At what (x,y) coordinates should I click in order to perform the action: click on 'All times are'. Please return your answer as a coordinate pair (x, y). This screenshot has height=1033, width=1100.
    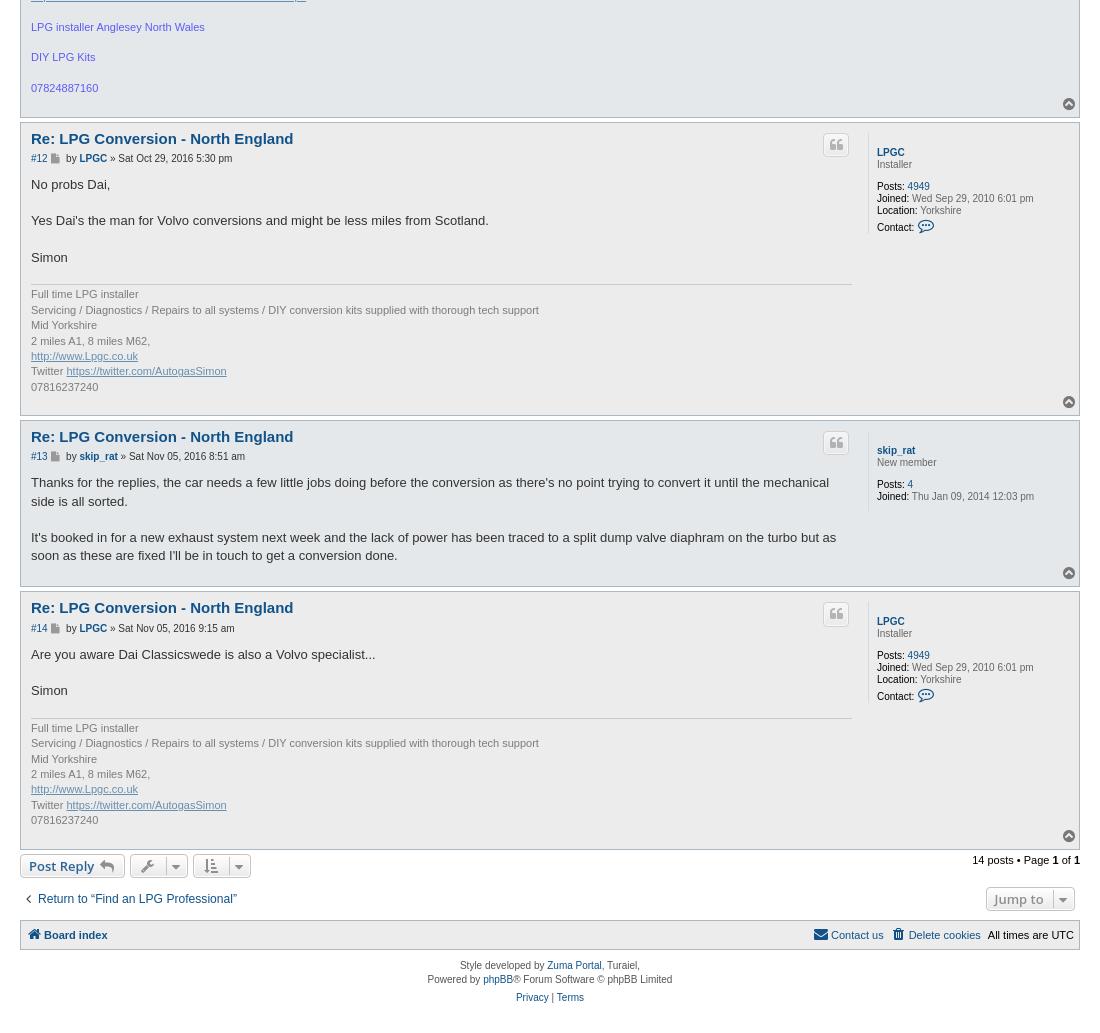
    Looking at the image, I should click on (1018, 933).